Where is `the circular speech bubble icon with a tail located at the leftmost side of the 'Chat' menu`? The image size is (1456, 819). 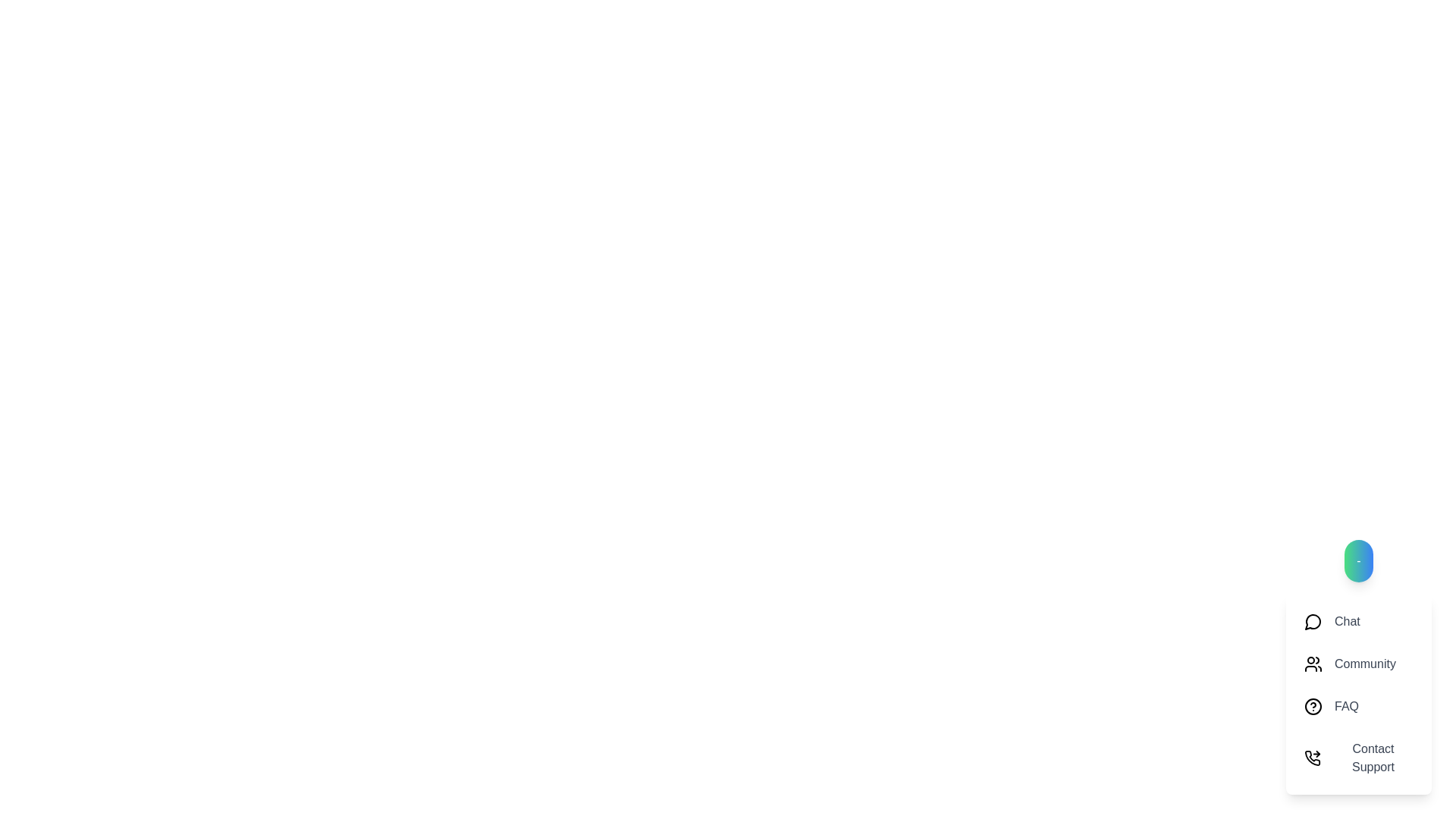
the circular speech bubble icon with a tail located at the leftmost side of the 'Chat' menu is located at coordinates (1313, 622).